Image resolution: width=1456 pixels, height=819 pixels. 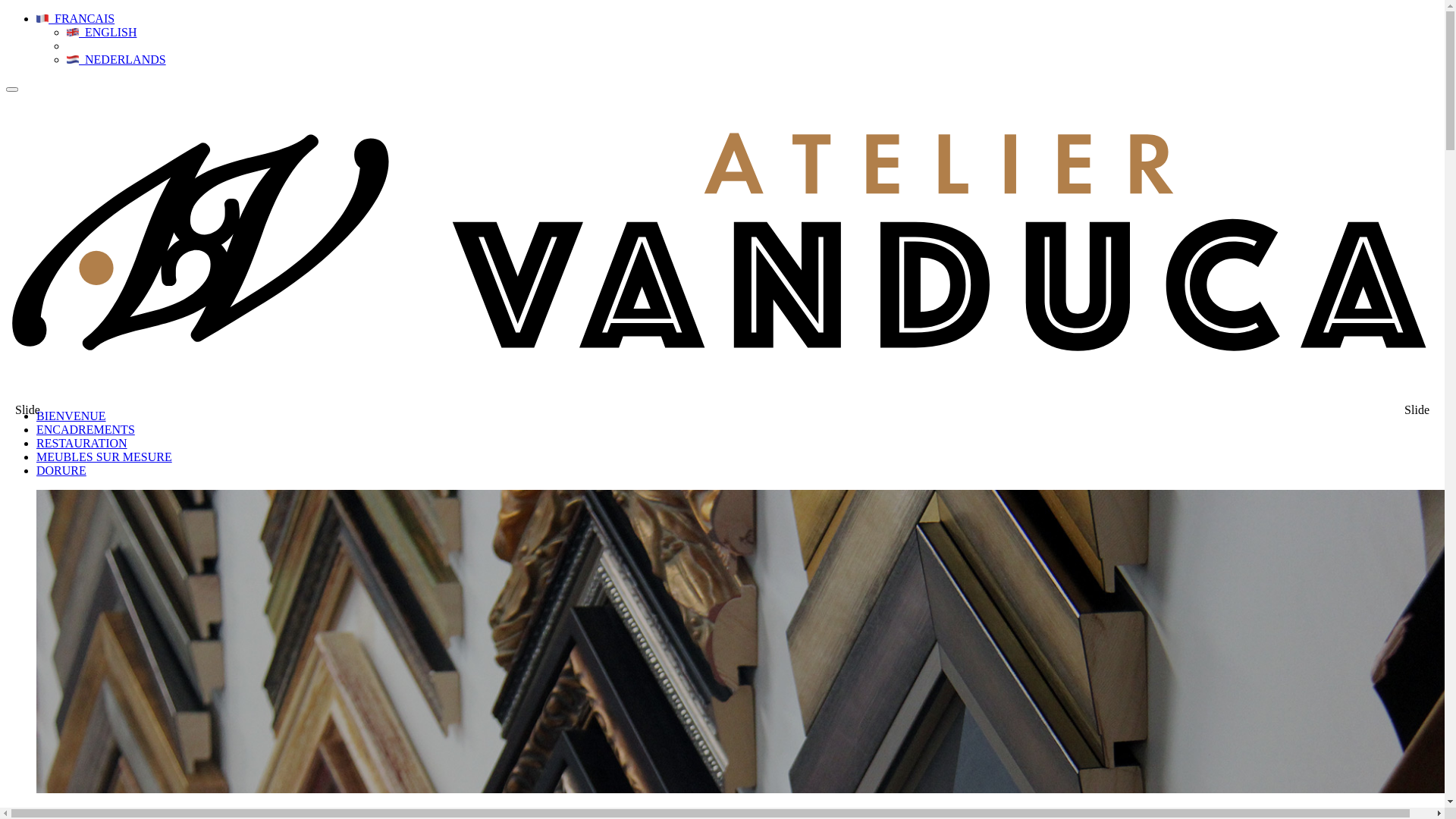 I want to click on 'BIENVENUE', so click(x=71, y=416).